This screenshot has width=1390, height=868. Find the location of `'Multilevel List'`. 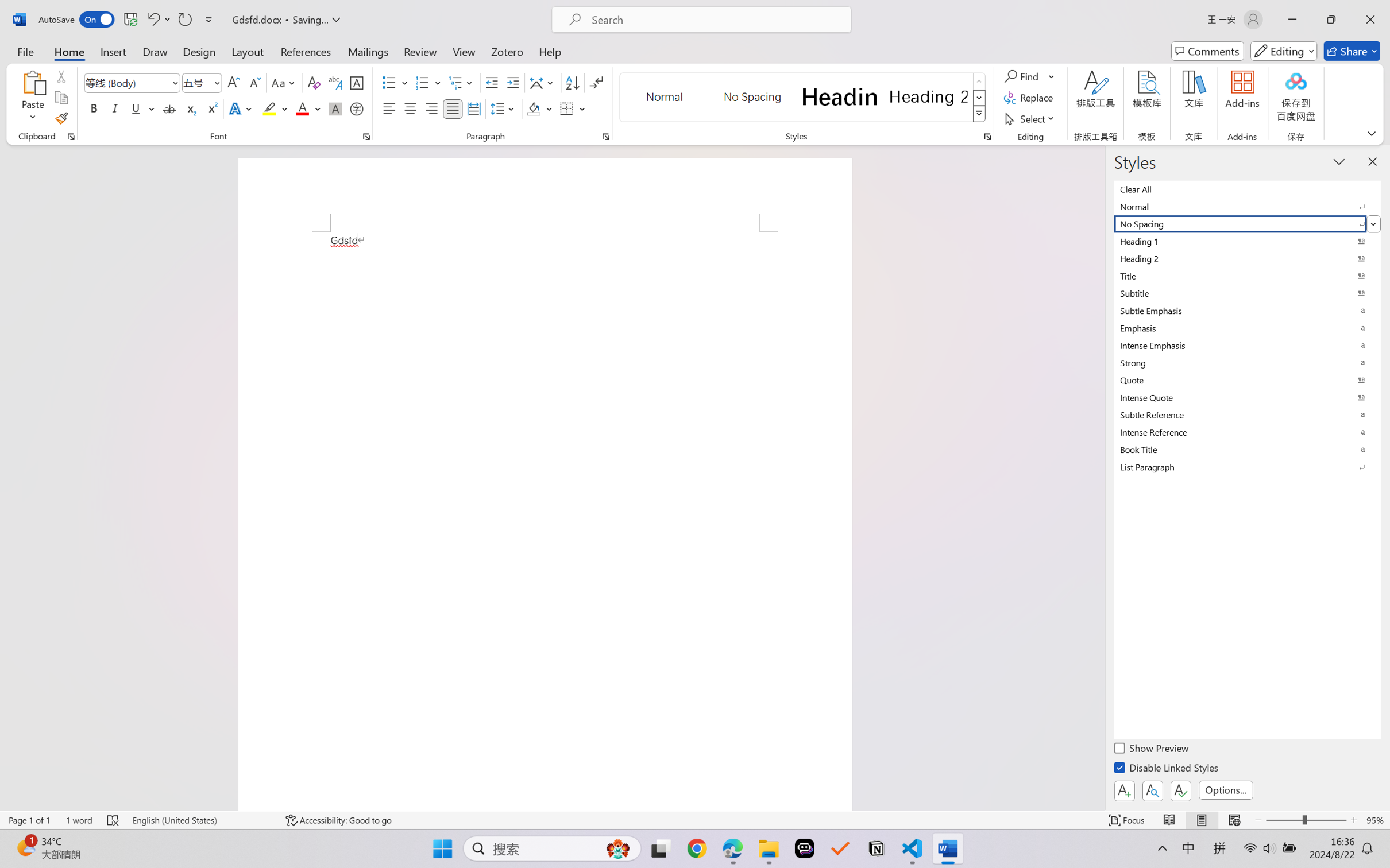

'Multilevel List' is located at coordinates (462, 83).